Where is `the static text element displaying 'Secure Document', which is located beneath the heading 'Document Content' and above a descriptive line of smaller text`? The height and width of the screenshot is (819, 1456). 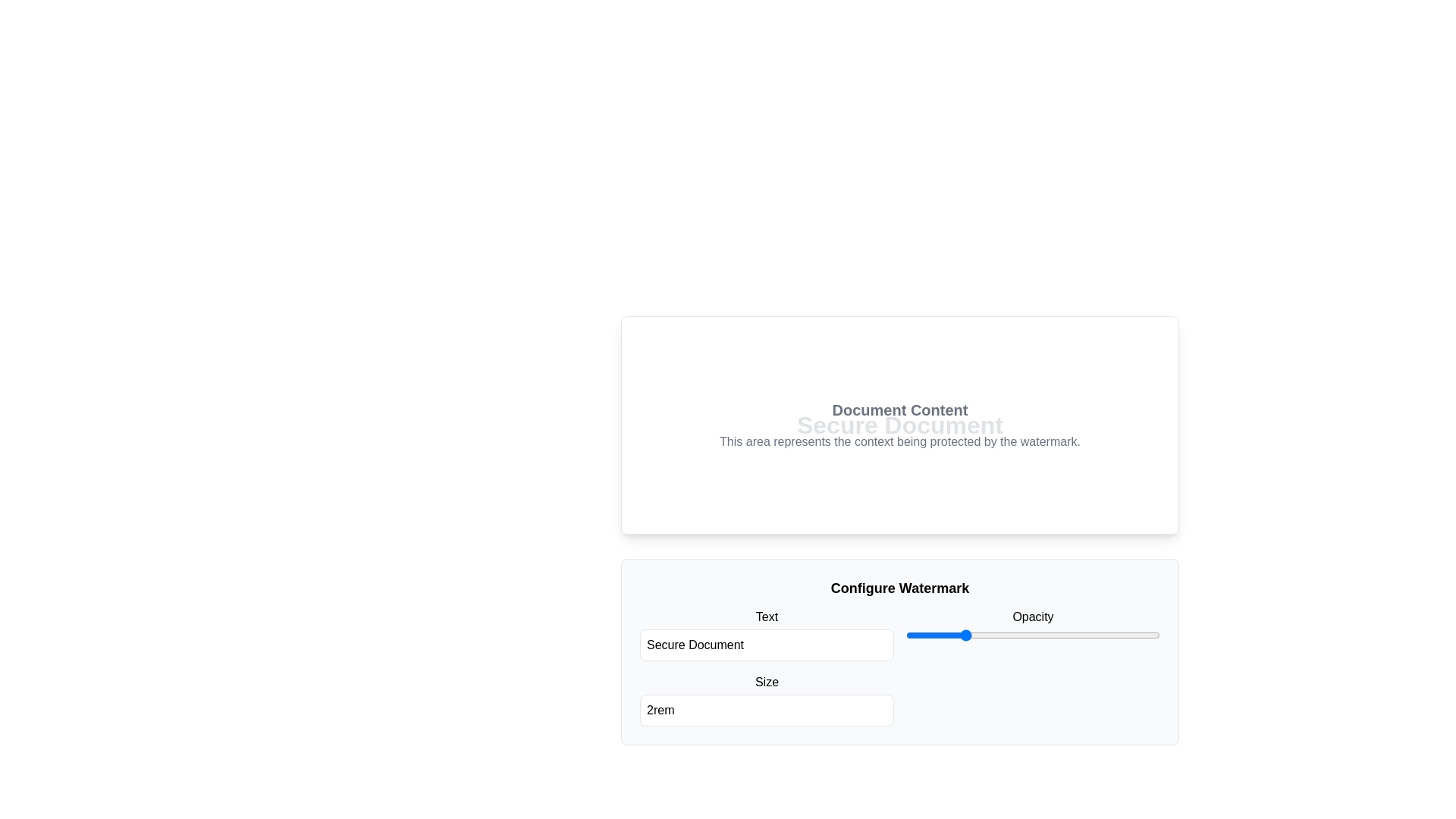
the static text element displaying 'Secure Document', which is located beneath the heading 'Document Content' and above a descriptive line of smaller text is located at coordinates (899, 425).